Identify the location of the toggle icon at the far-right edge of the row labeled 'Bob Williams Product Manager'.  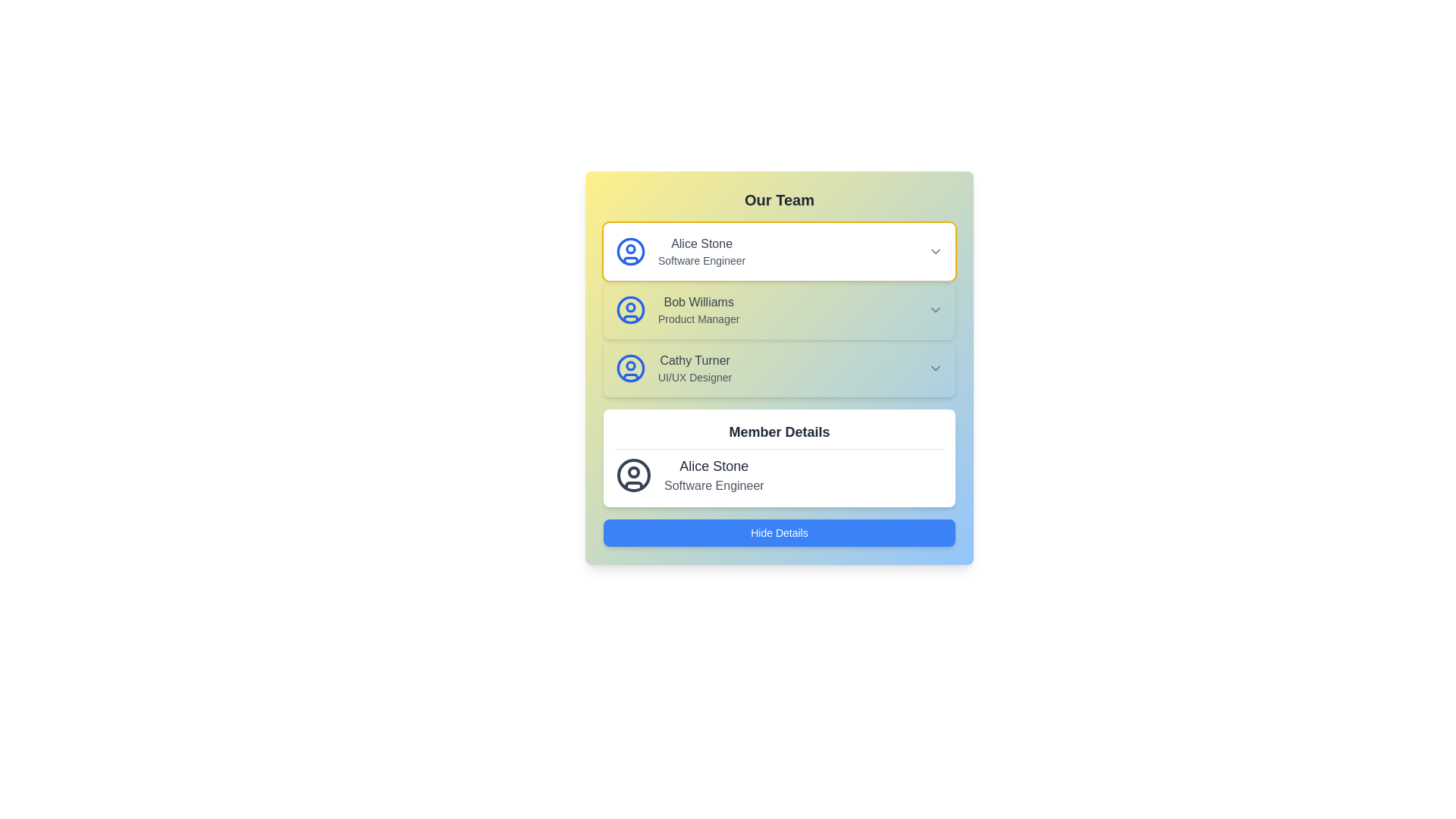
(934, 309).